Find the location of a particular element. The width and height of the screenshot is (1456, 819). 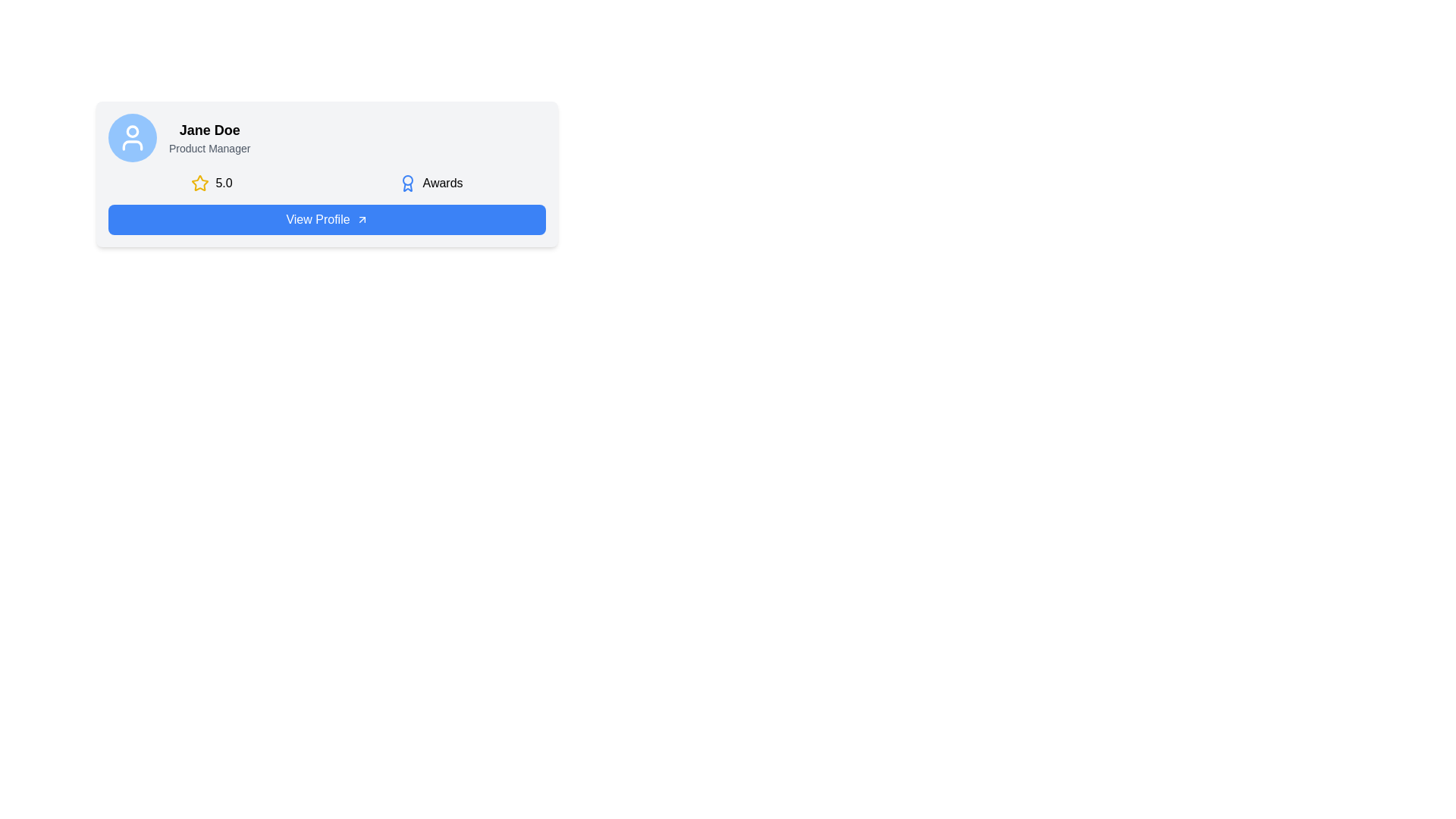

the star icon representing a rating of 5.0, styled with a yellow border and no fill, located in the card layout is located at coordinates (199, 182).